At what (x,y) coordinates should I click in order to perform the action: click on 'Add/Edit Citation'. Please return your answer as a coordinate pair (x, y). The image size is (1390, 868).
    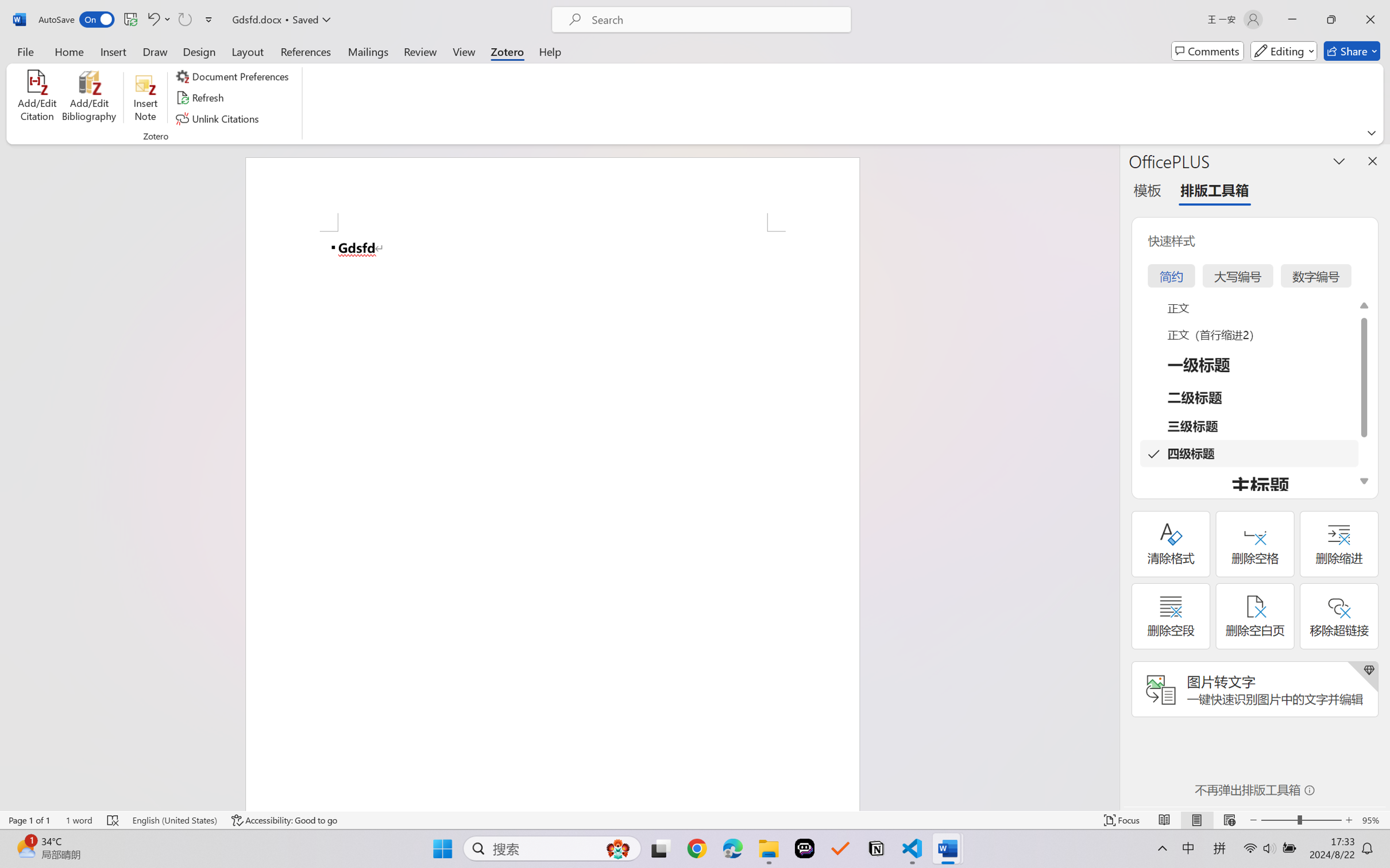
    Looking at the image, I should click on (37, 98).